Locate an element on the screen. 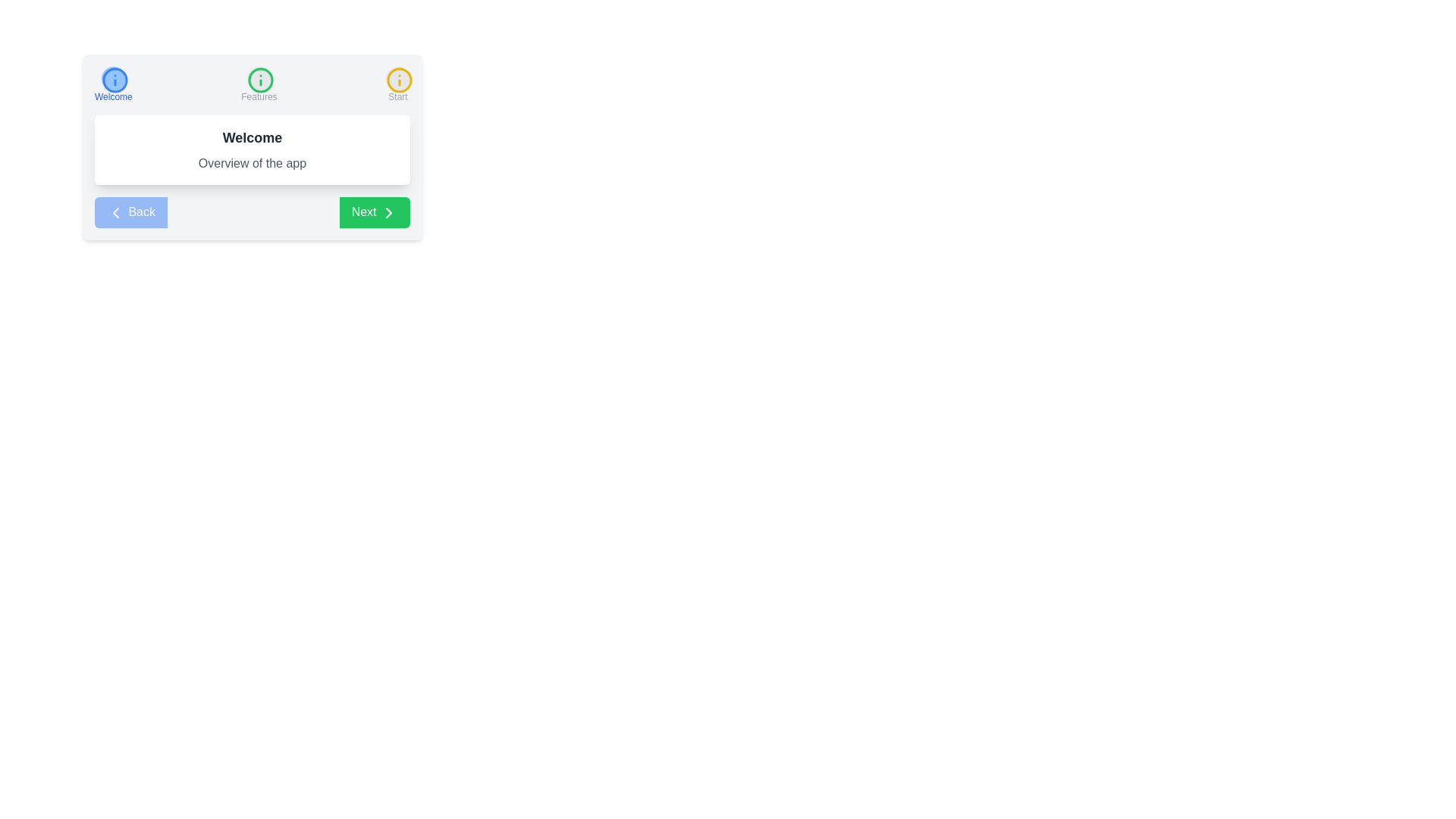 This screenshot has width=1456, height=819. the icon of step Welcome to inspect its context is located at coordinates (112, 79).